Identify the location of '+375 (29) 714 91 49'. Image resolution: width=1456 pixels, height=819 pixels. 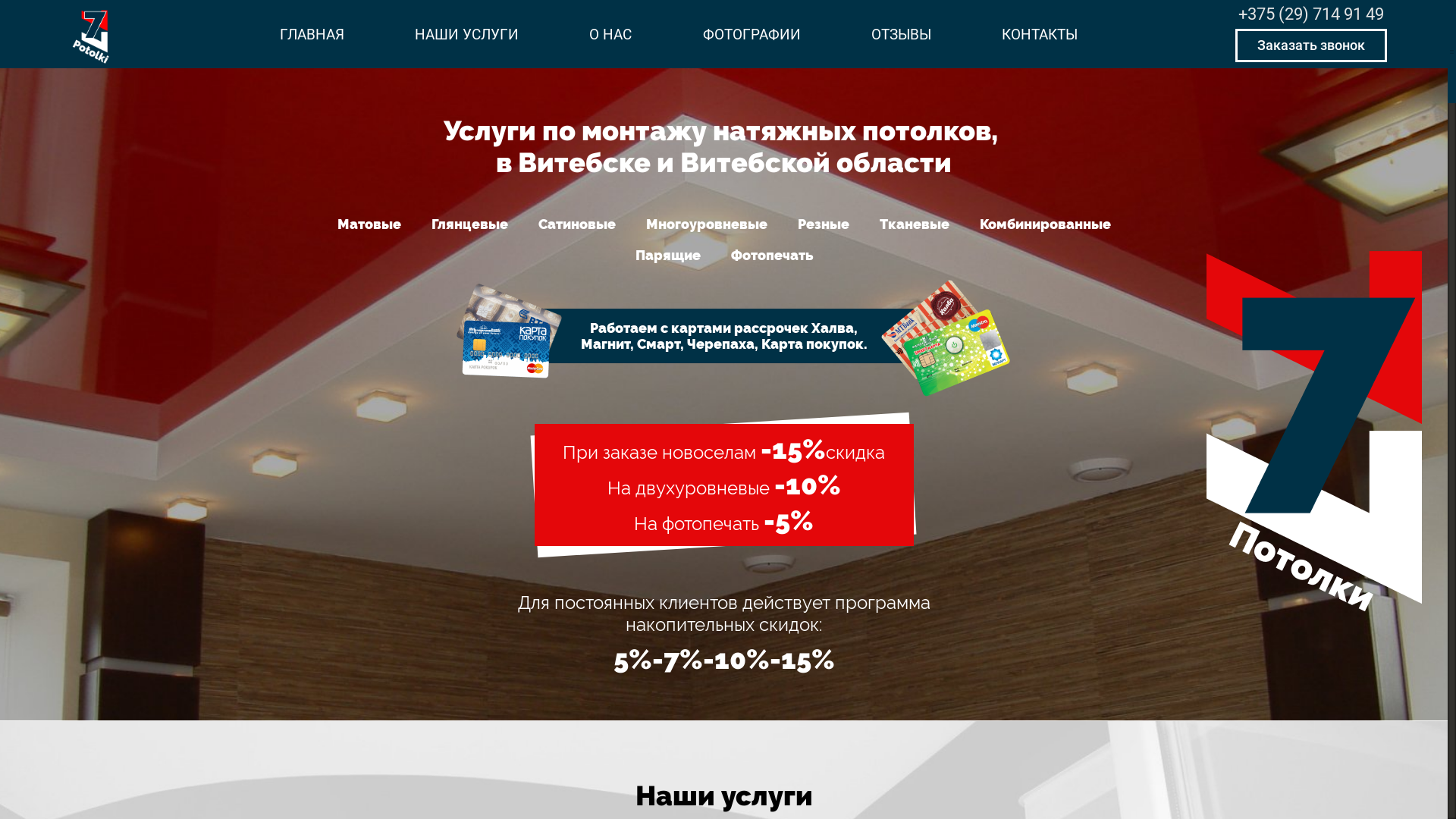
(1310, 14).